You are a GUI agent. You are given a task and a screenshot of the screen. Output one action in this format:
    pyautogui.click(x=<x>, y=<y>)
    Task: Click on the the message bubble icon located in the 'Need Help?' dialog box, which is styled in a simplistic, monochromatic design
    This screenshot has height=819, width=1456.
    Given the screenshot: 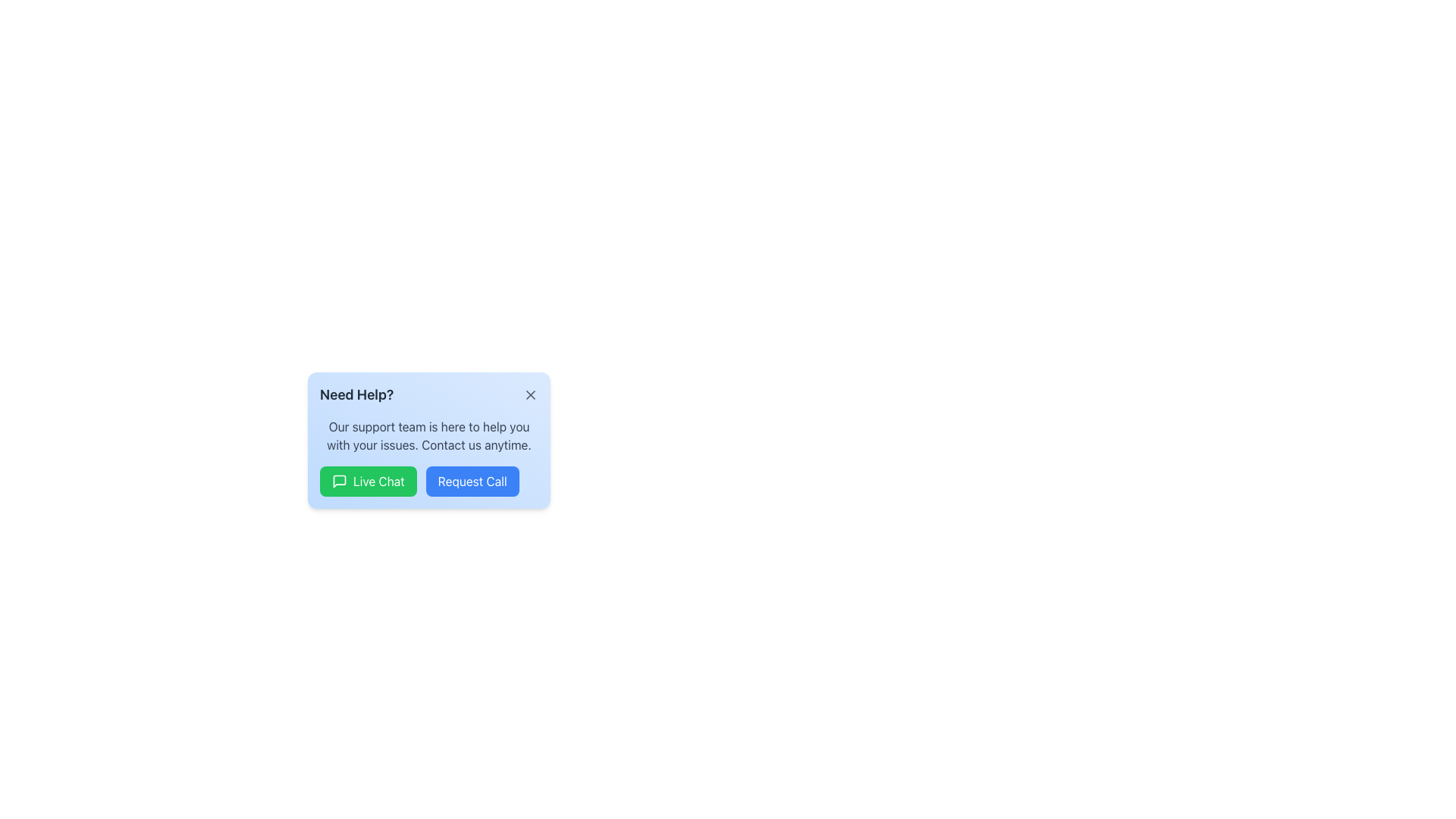 What is the action you would take?
    pyautogui.click(x=338, y=482)
    